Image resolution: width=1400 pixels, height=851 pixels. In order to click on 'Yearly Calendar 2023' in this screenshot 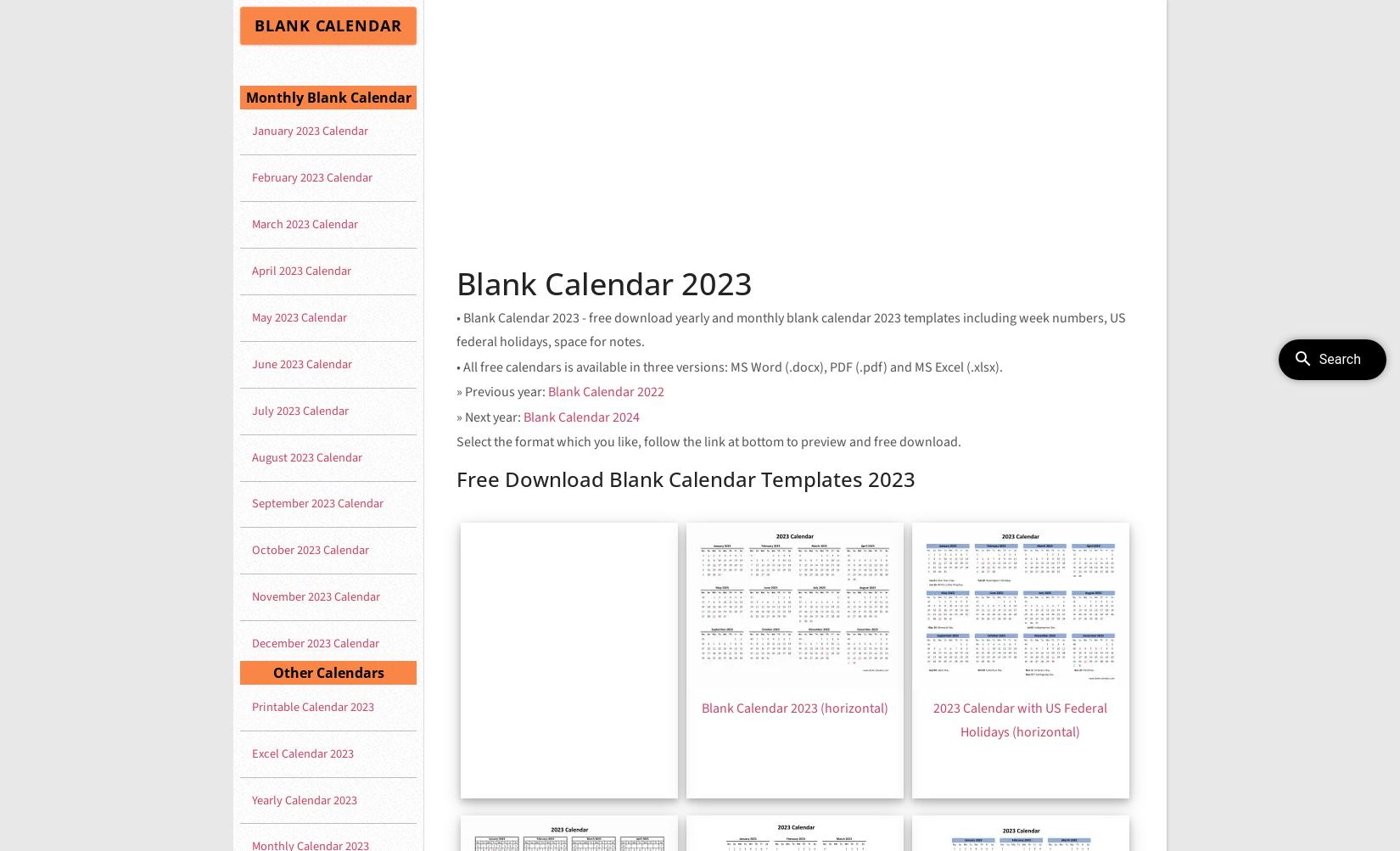, I will do `click(305, 798)`.